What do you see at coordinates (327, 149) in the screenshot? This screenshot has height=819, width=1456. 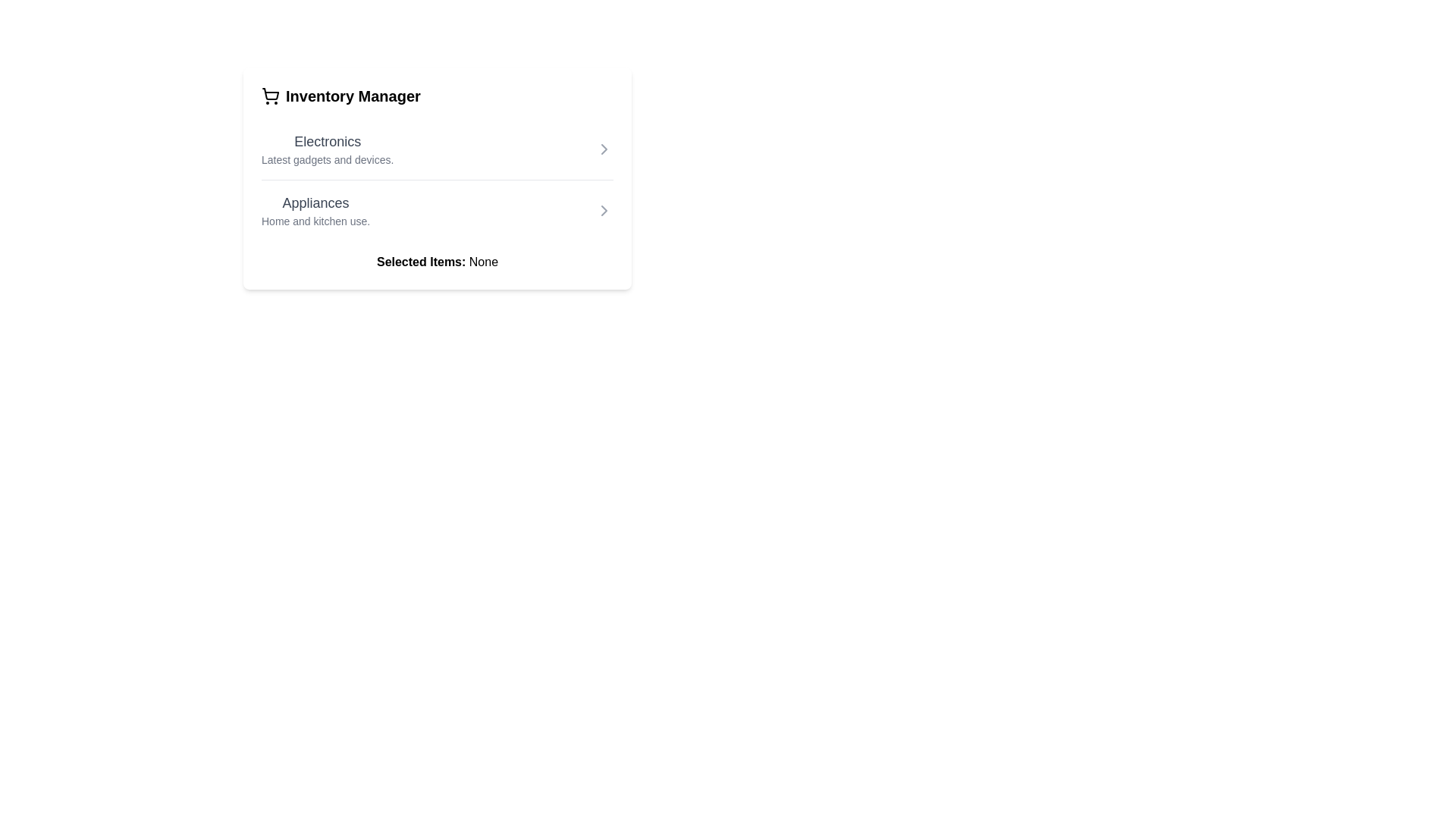 I see `the navigational entry labeled 'Electronics' in the 'Inventory Manager' panel, which is the first item in a vertical list above 'Appliances'` at bounding box center [327, 149].